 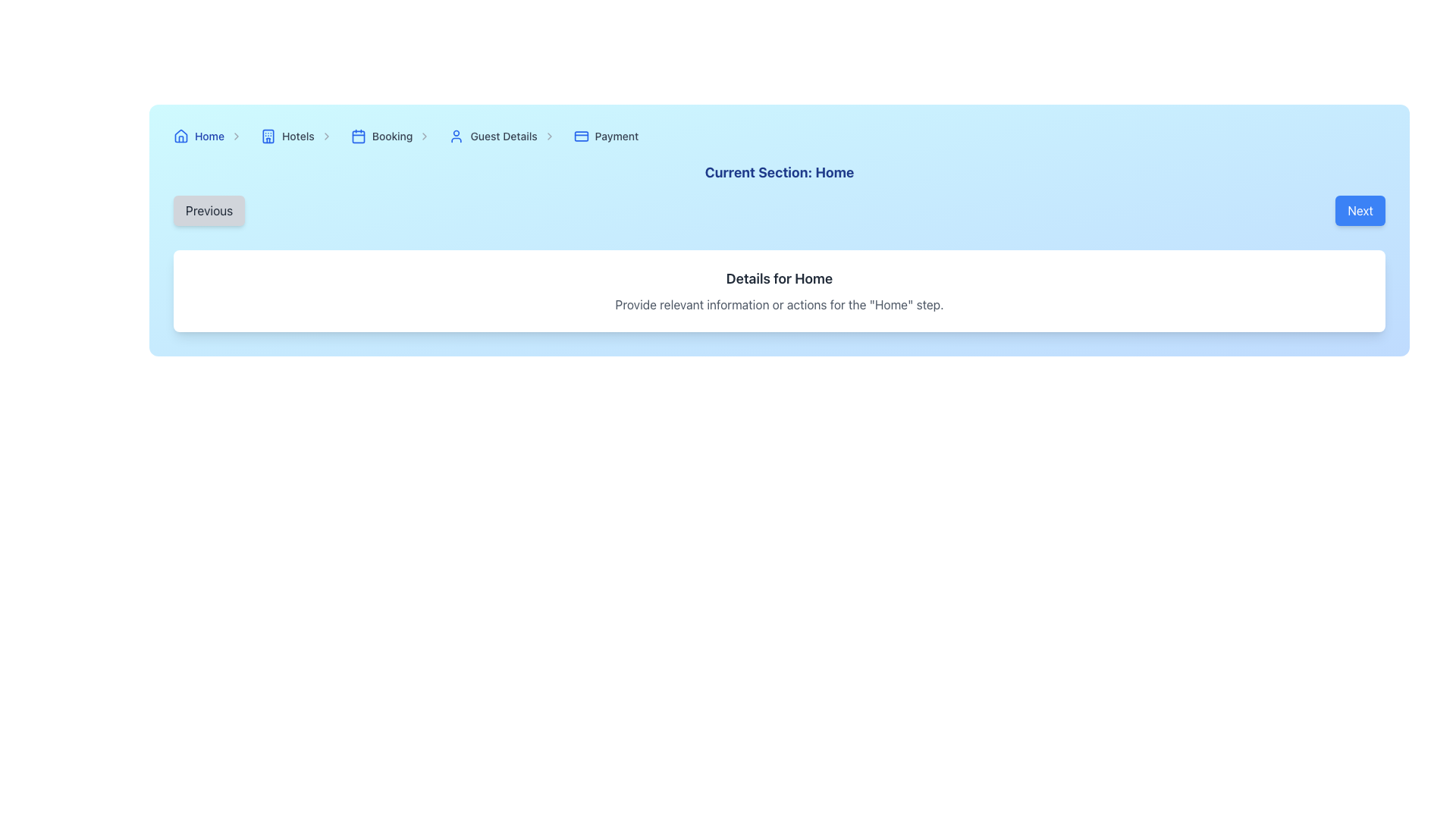 I want to click on the breadcrumb link that navigates to the homepage, located in the upper blue section of the interface, aligned horizontally near the left, so click(x=209, y=136).